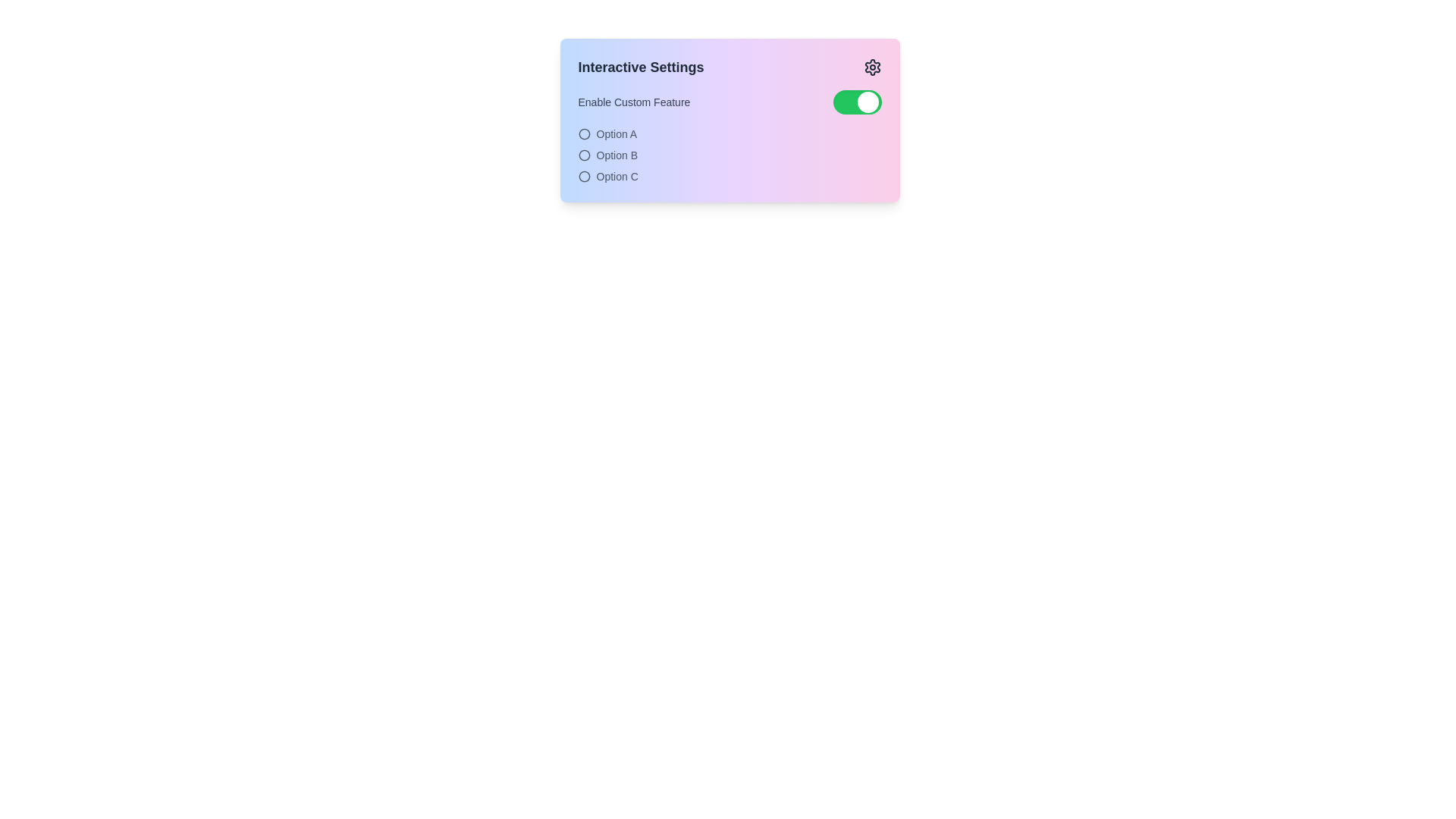  Describe the element at coordinates (583, 133) in the screenshot. I see `the radio button selection indicator for 'Option A', which is the first circular component next to the label 'Option A'` at that location.